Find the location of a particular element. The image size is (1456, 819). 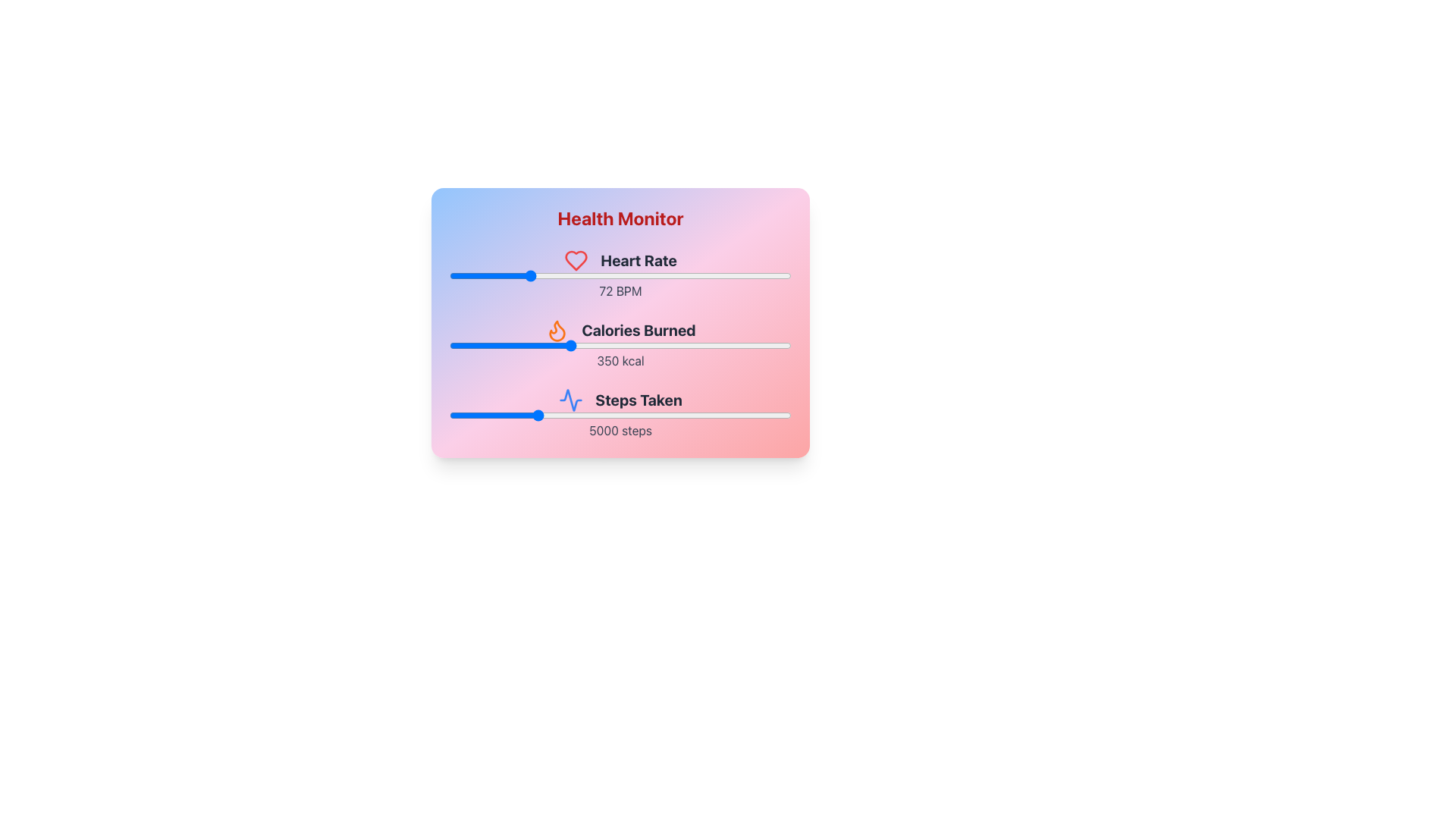

calories burned is located at coordinates (721, 345).